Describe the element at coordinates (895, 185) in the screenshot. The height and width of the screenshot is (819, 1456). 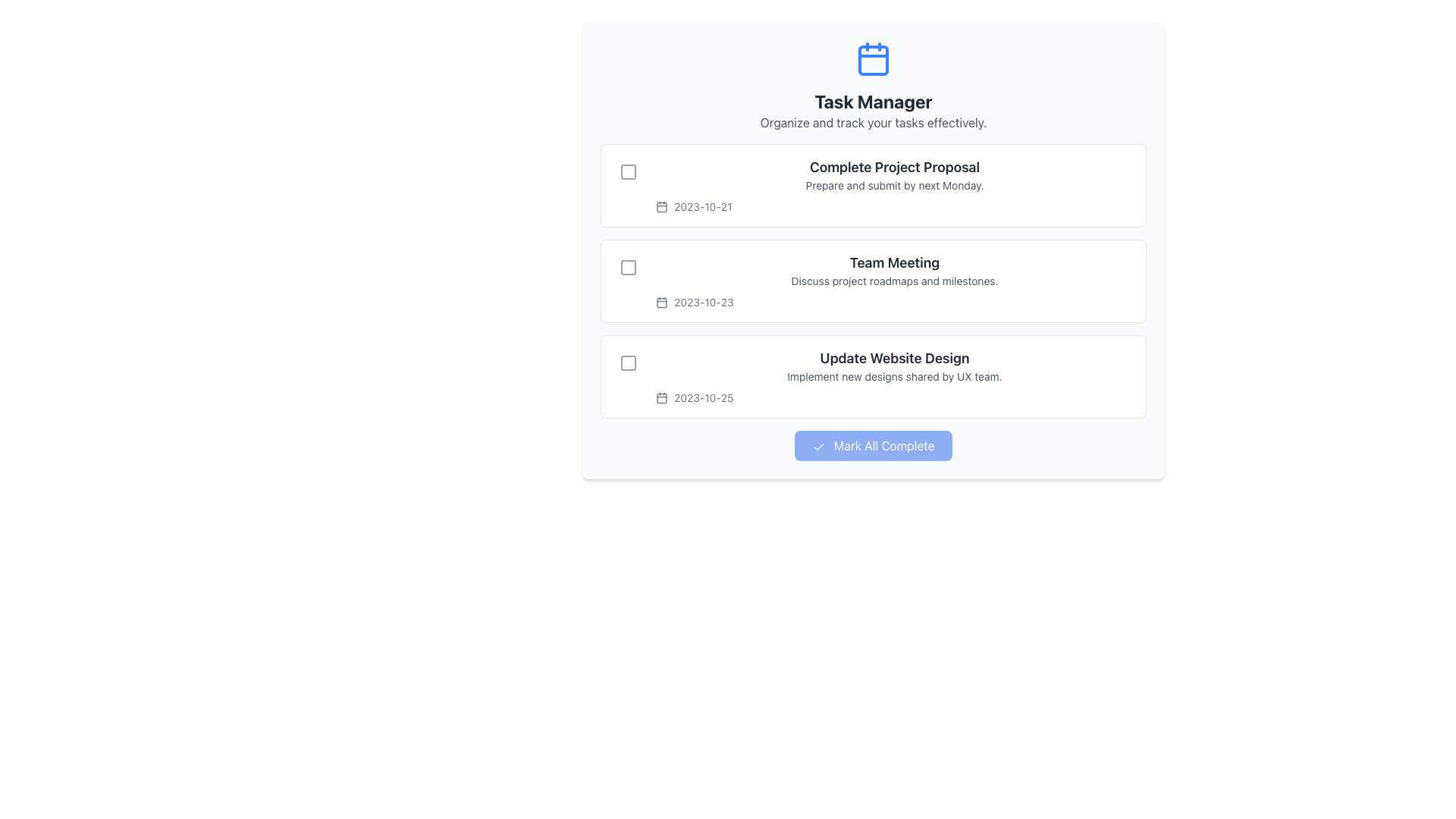
I see `the first task item in the task management interface` at that location.